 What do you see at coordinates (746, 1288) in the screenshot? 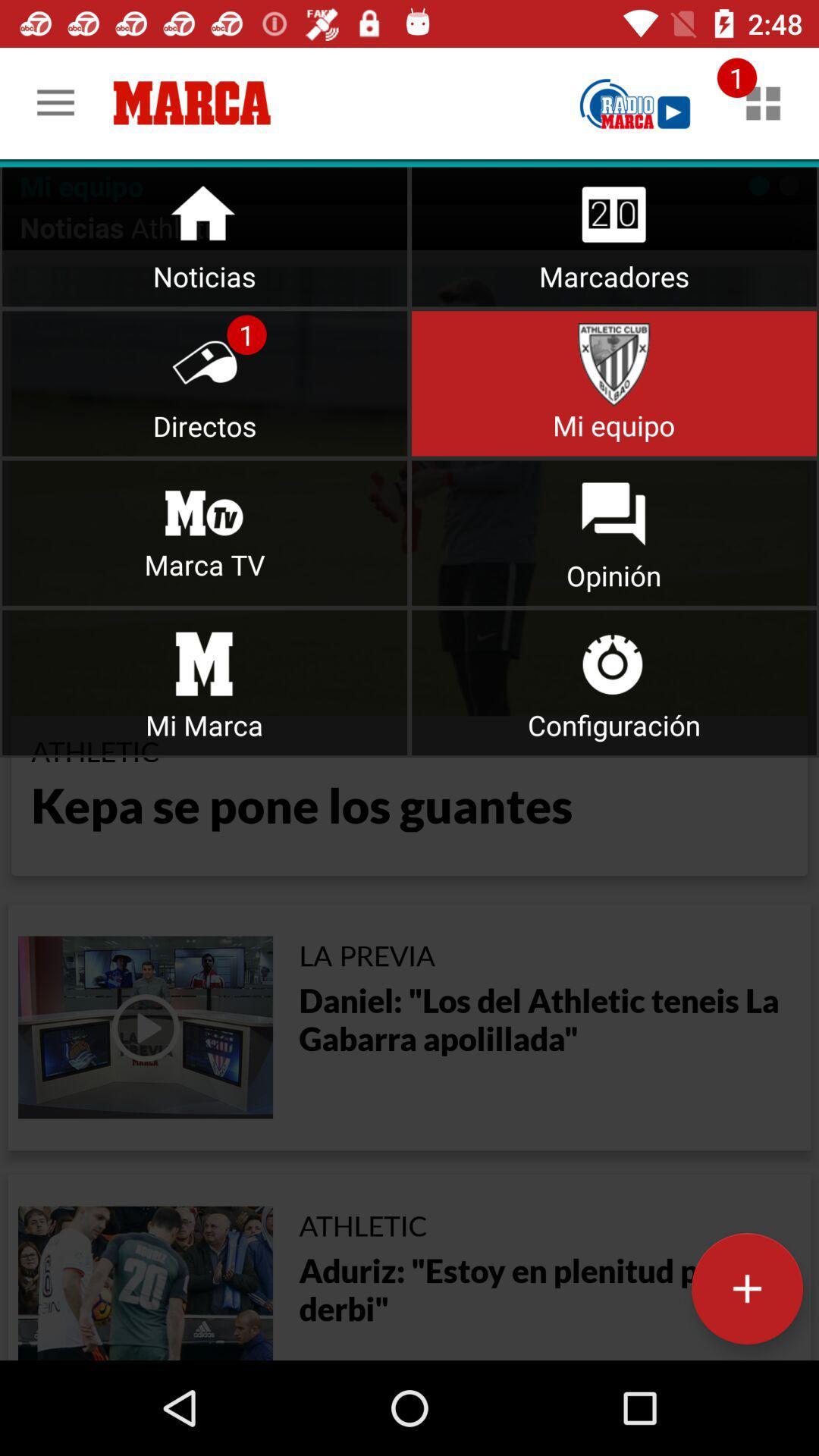
I see `the add icon` at bounding box center [746, 1288].